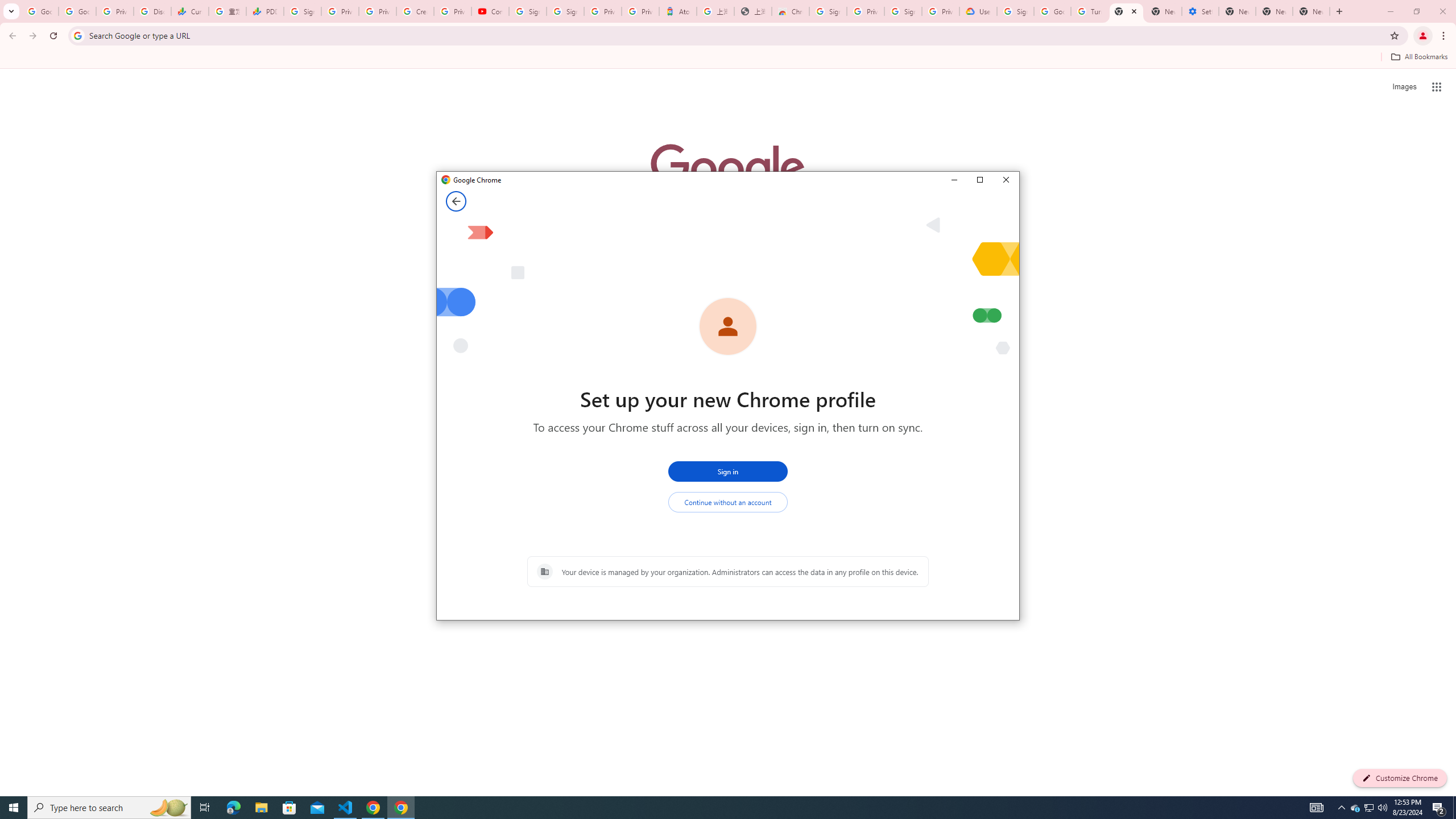  What do you see at coordinates (1439, 806) in the screenshot?
I see `'Action Center, 2 new notifications'` at bounding box center [1439, 806].